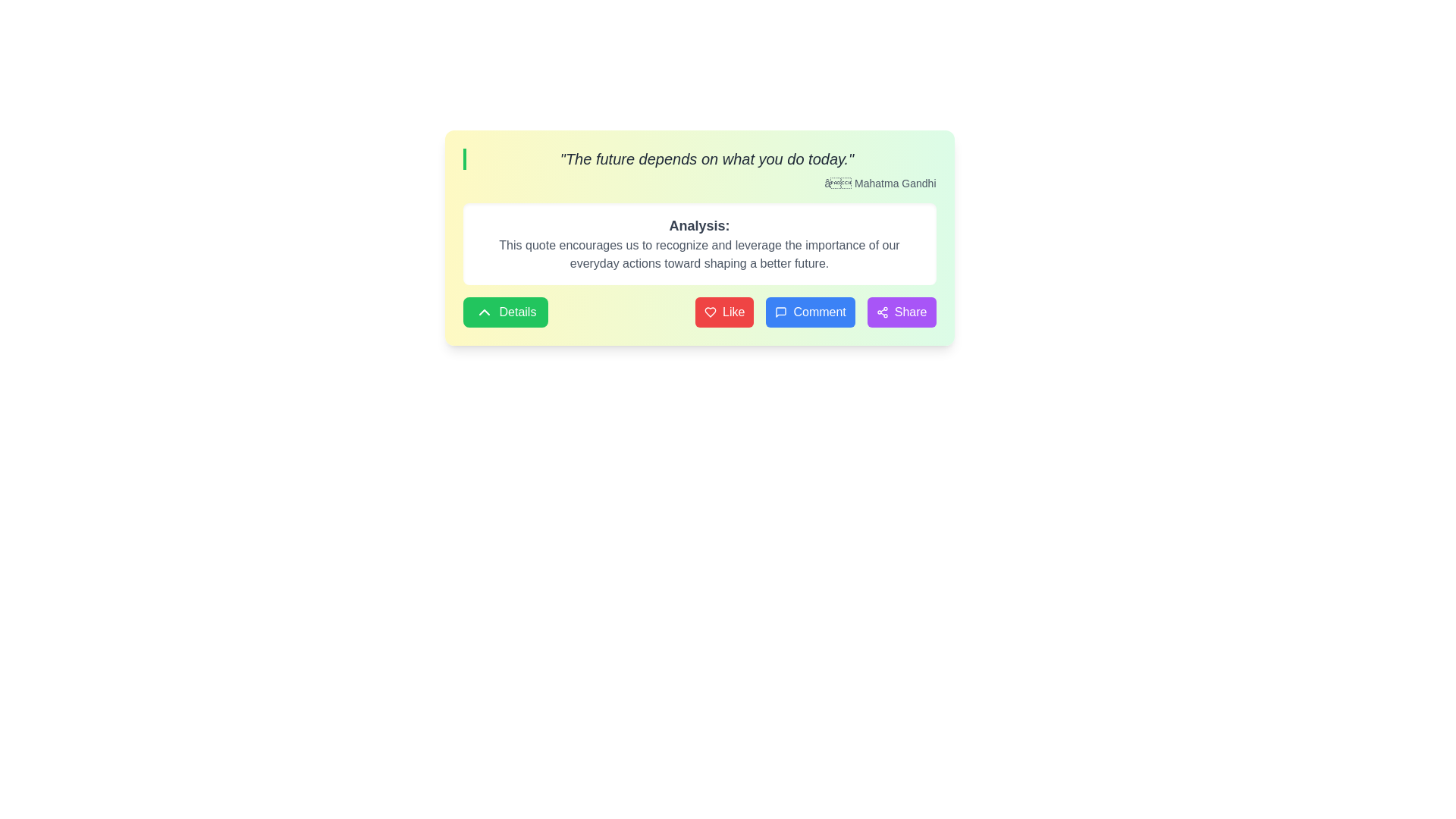 The image size is (1456, 819). I want to click on the green 'Details' button with rounded ends, featuring white text and an upward arrow icon, located at the bottom-left of a group of buttons, so click(506, 312).